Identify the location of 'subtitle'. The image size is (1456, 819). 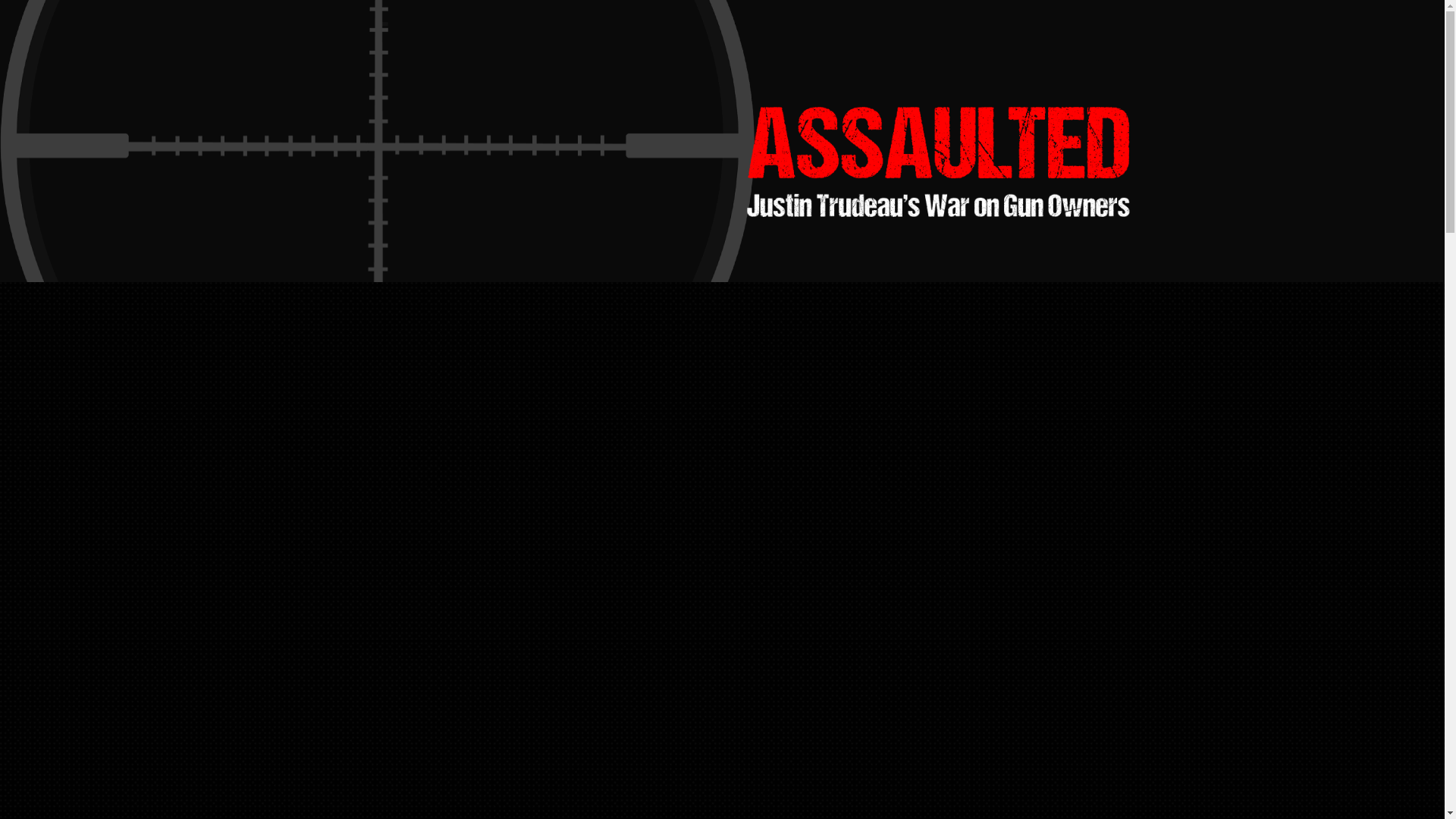
(937, 205).